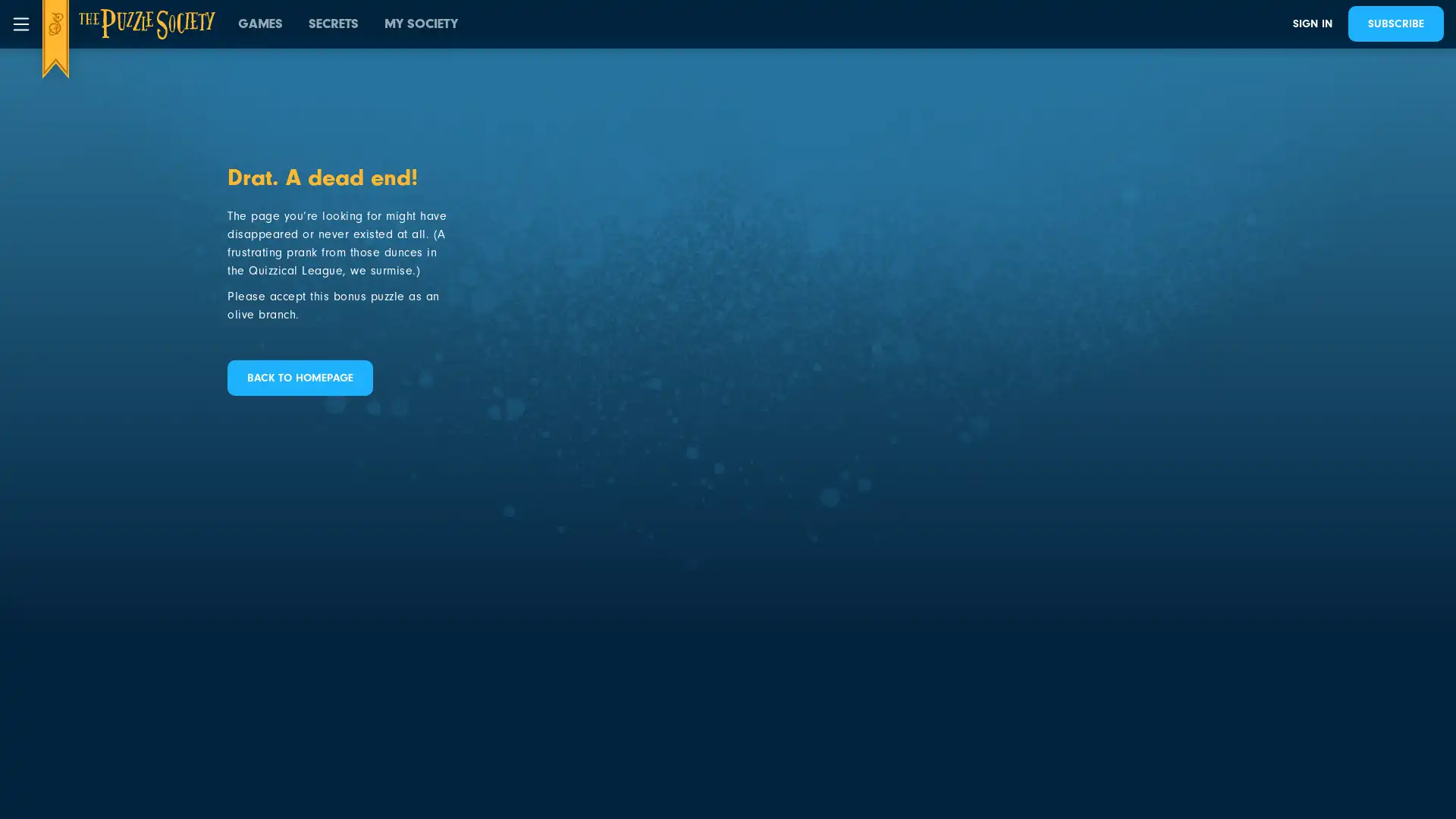  Describe the element at coordinates (300, 376) in the screenshot. I see `BACK TO HOMEPAGE` at that location.